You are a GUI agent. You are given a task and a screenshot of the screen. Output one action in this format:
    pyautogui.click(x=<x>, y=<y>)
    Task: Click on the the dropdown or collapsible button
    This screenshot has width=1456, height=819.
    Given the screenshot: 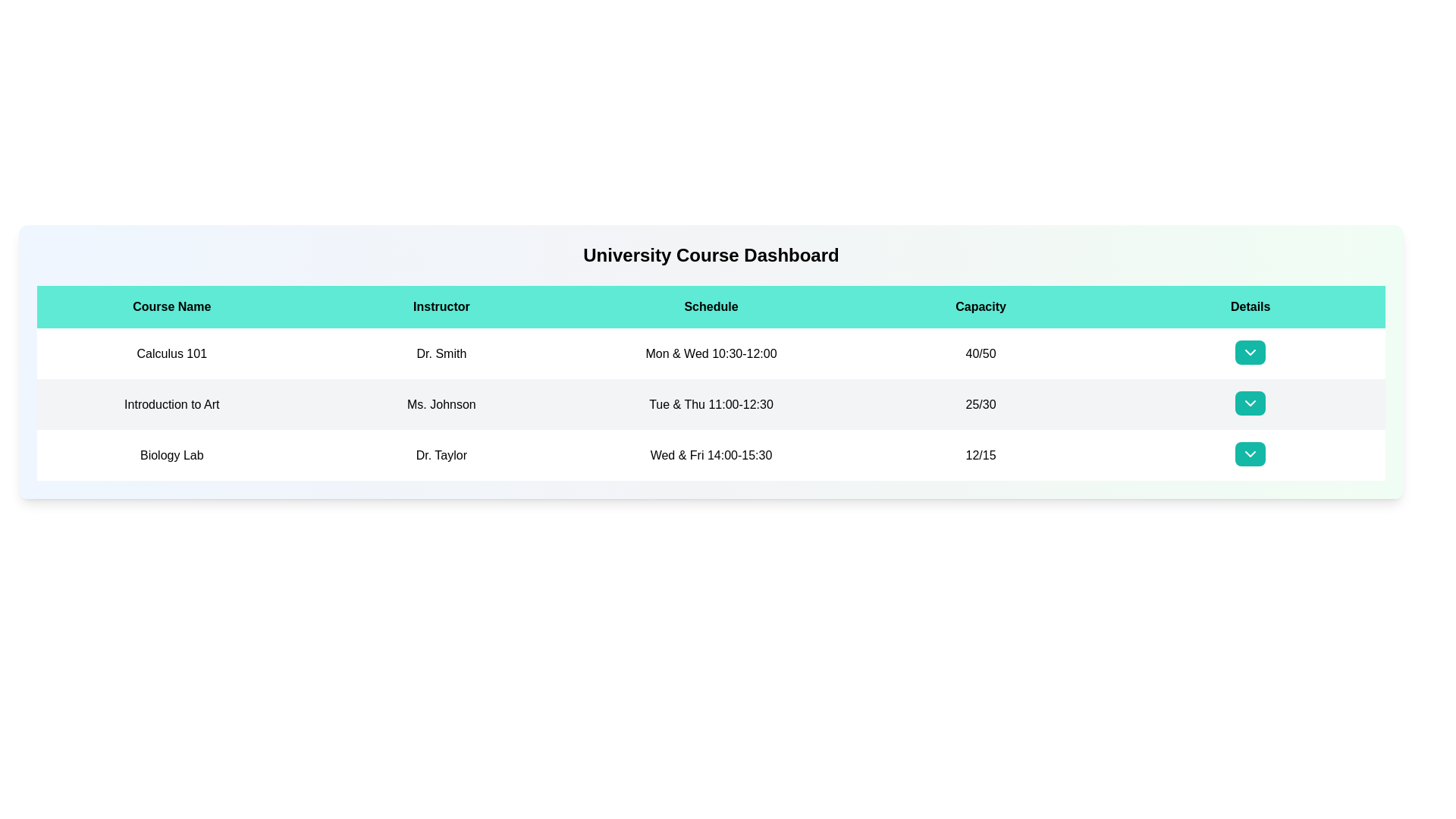 What is the action you would take?
    pyautogui.click(x=1250, y=353)
    